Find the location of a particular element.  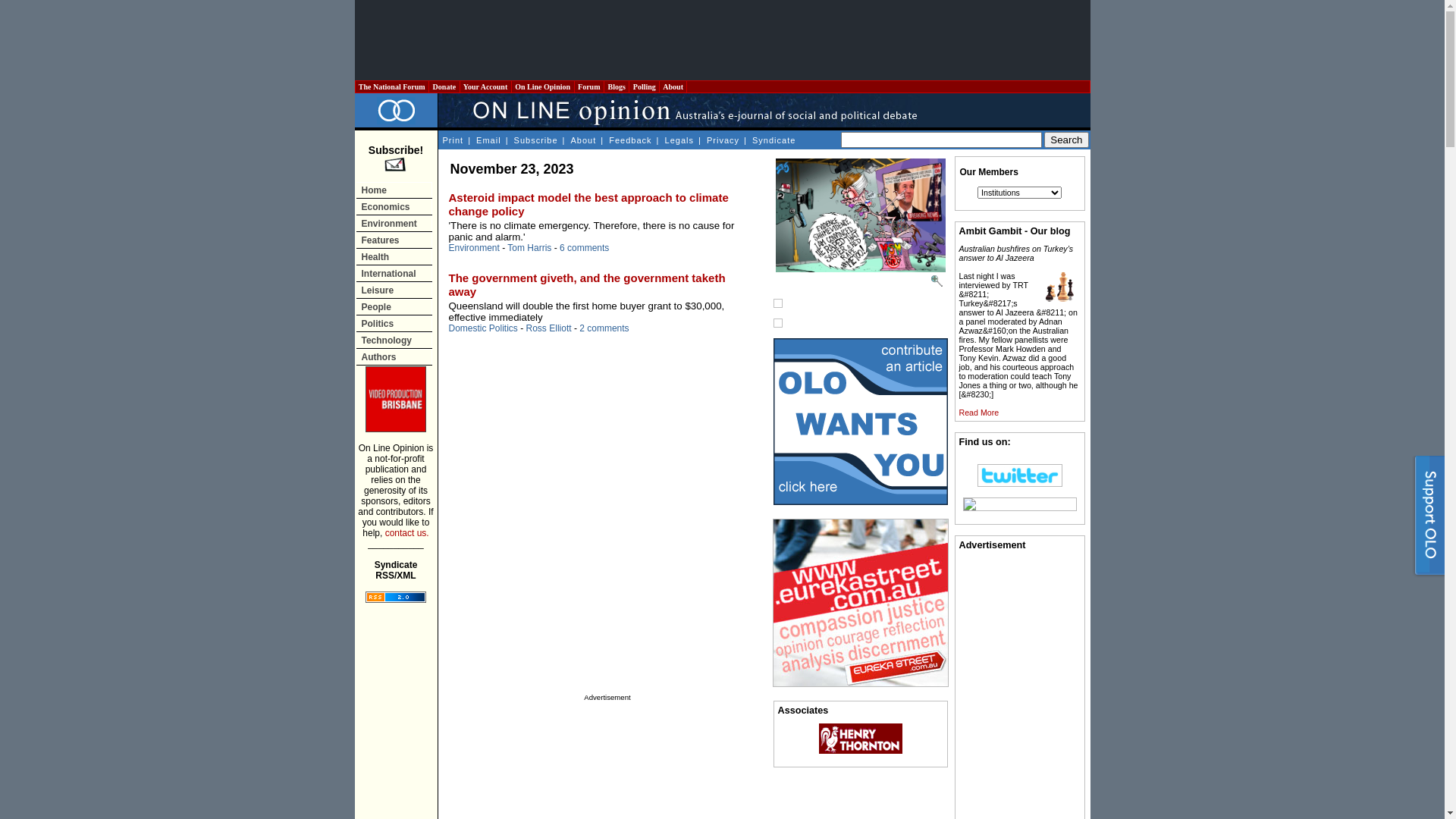

'The government giveth, and the government taketh away' is located at coordinates (447, 284).